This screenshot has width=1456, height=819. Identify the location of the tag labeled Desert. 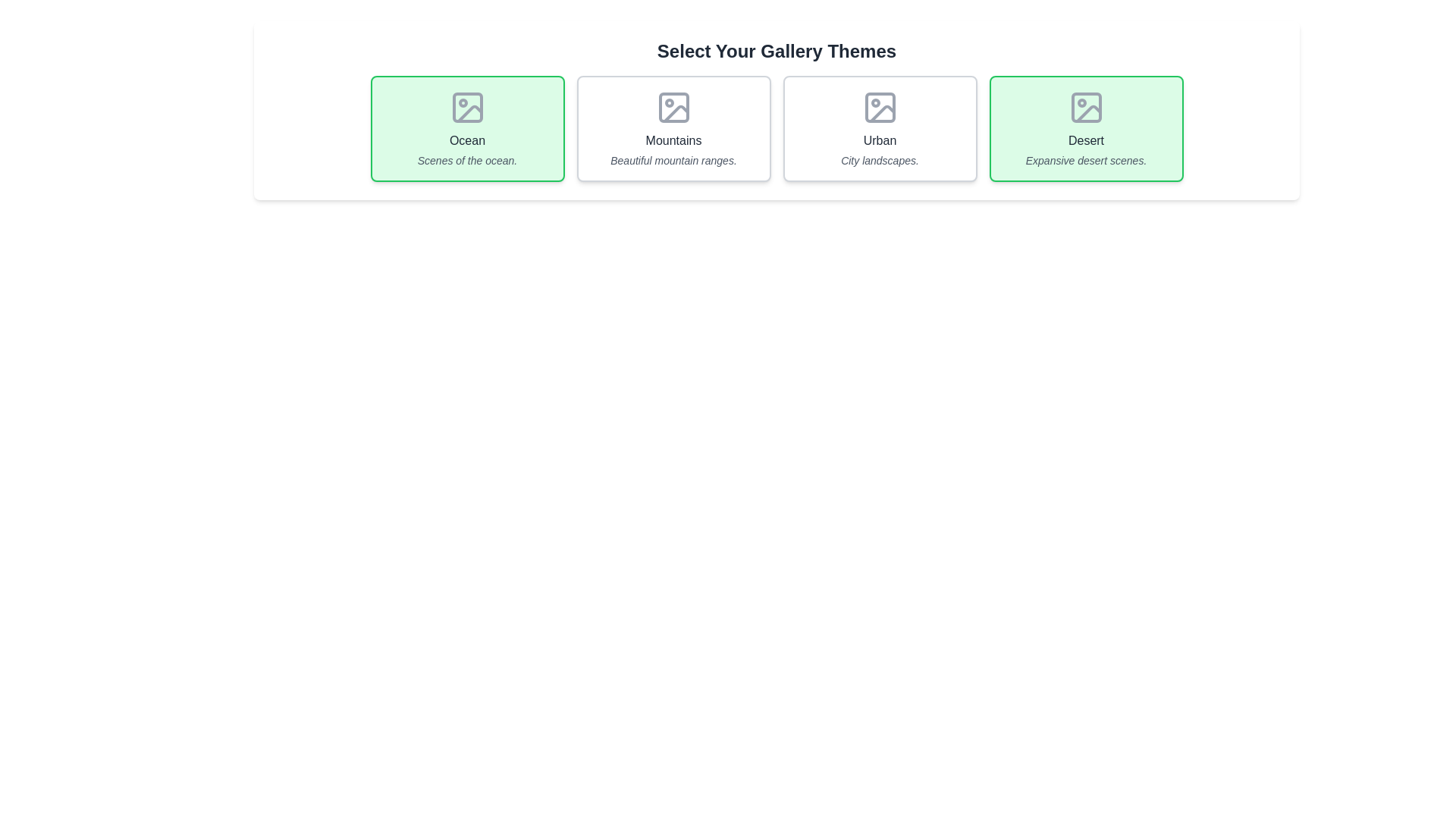
(1085, 127).